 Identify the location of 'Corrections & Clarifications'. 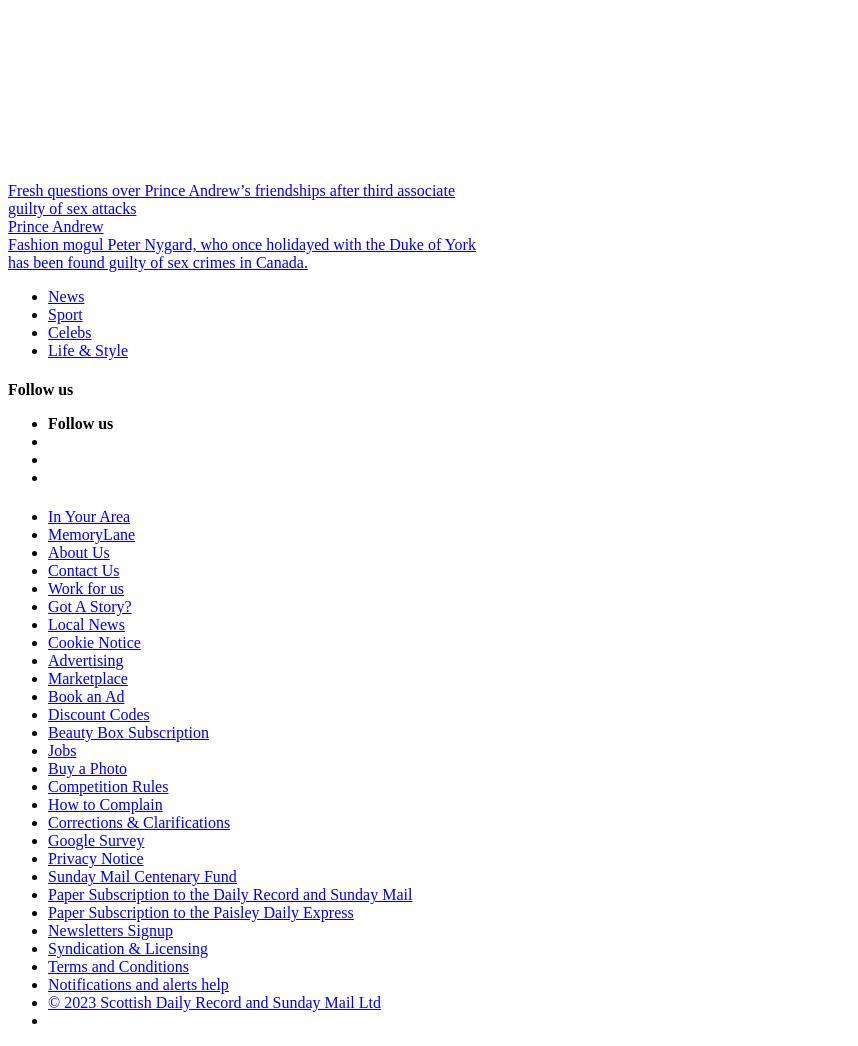
(137, 822).